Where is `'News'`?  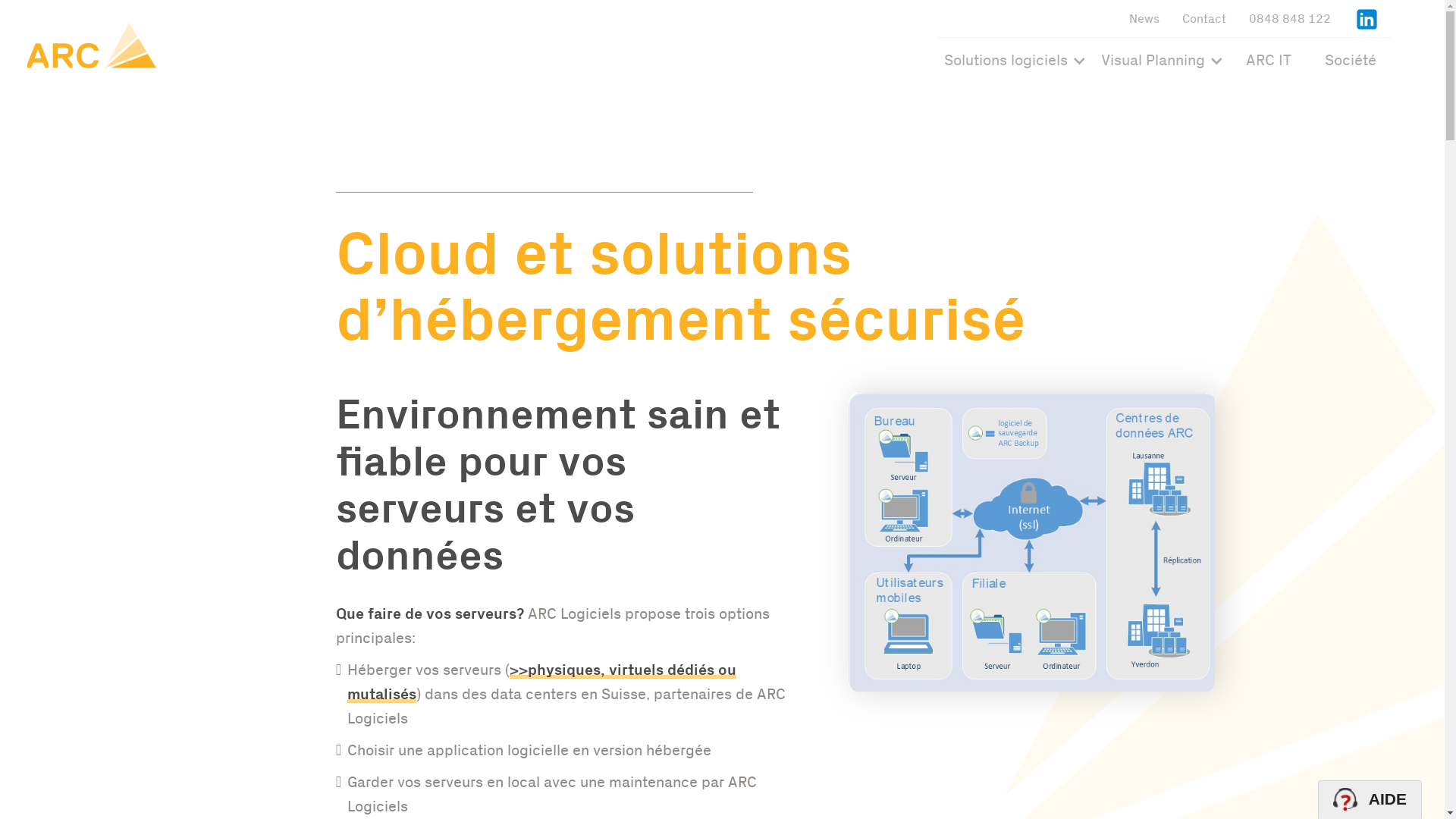
'News' is located at coordinates (1117, 18).